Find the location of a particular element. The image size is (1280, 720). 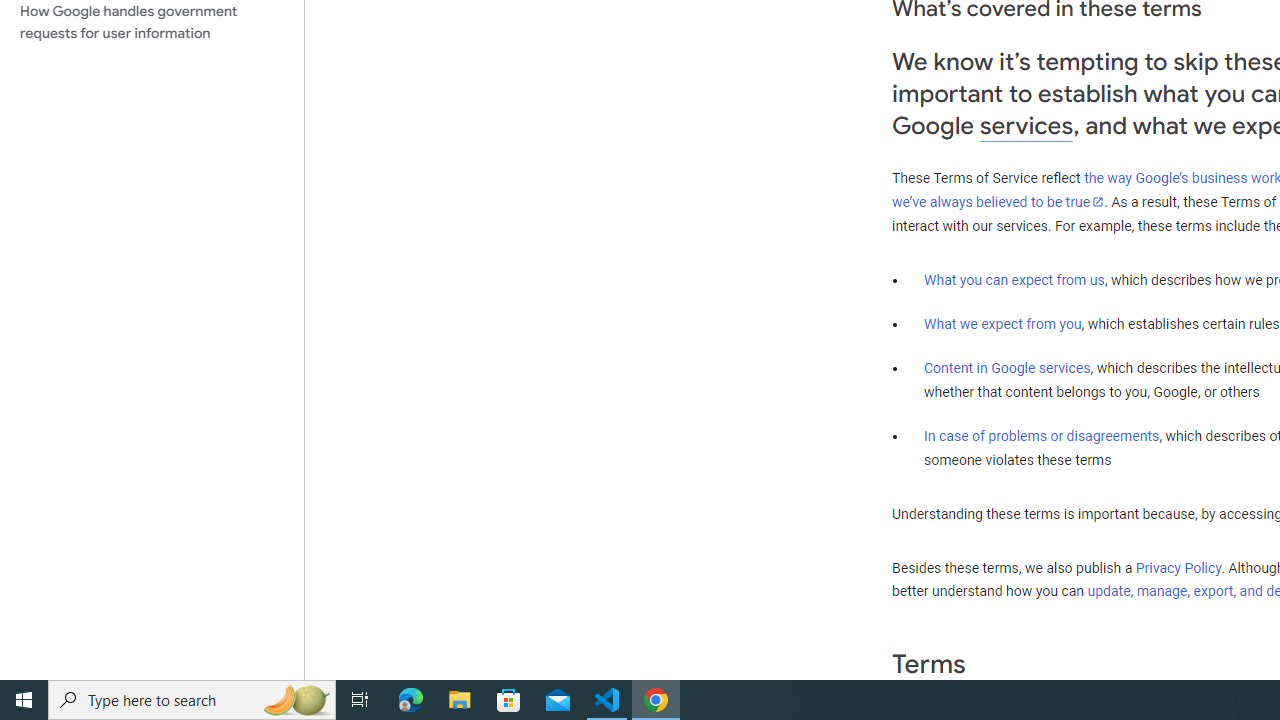

'In case of problems or disagreements' is located at coordinates (1040, 434).